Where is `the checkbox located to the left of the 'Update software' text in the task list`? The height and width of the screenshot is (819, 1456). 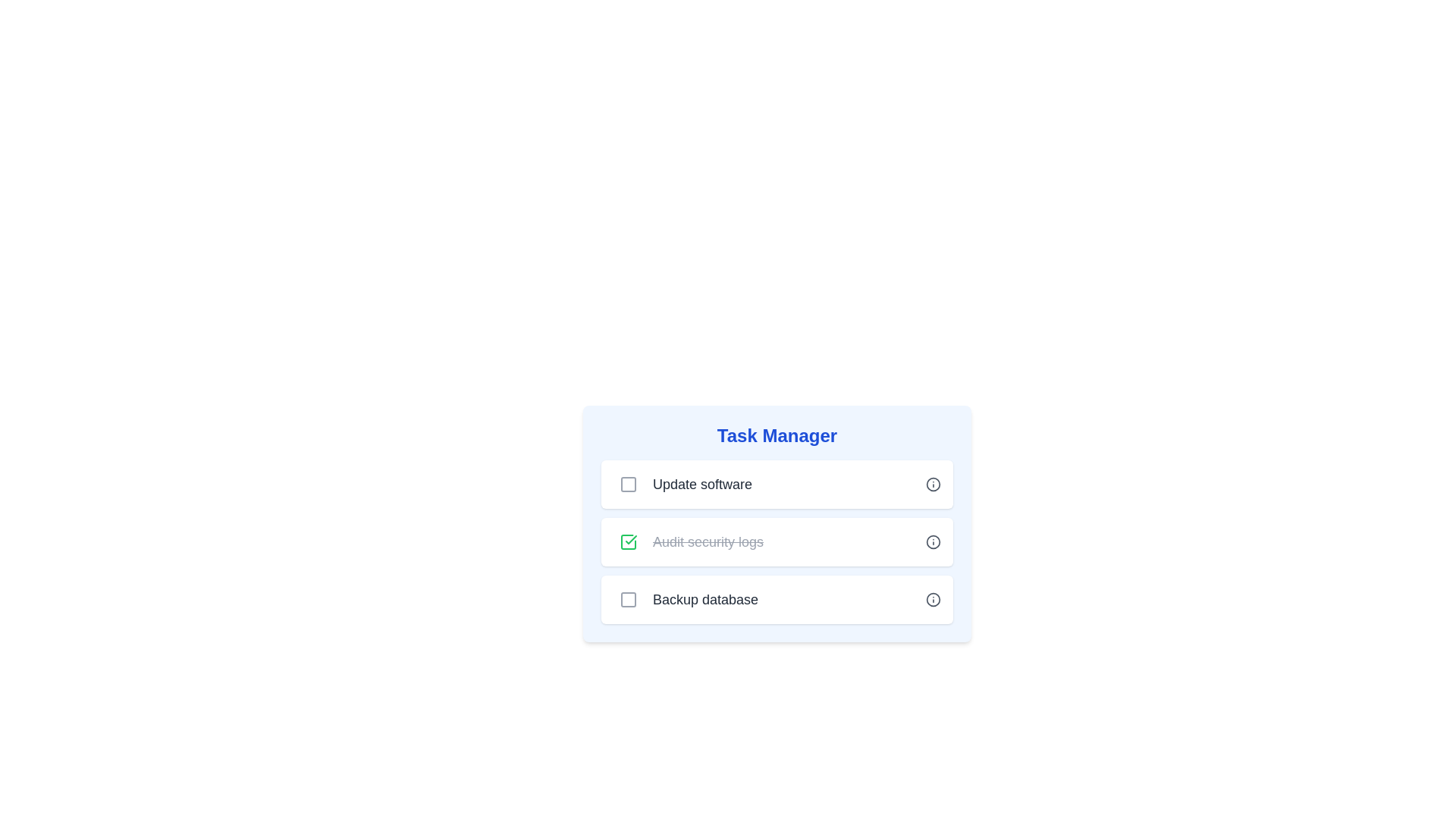 the checkbox located to the left of the 'Update software' text in the task list is located at coordinates (629, 485).